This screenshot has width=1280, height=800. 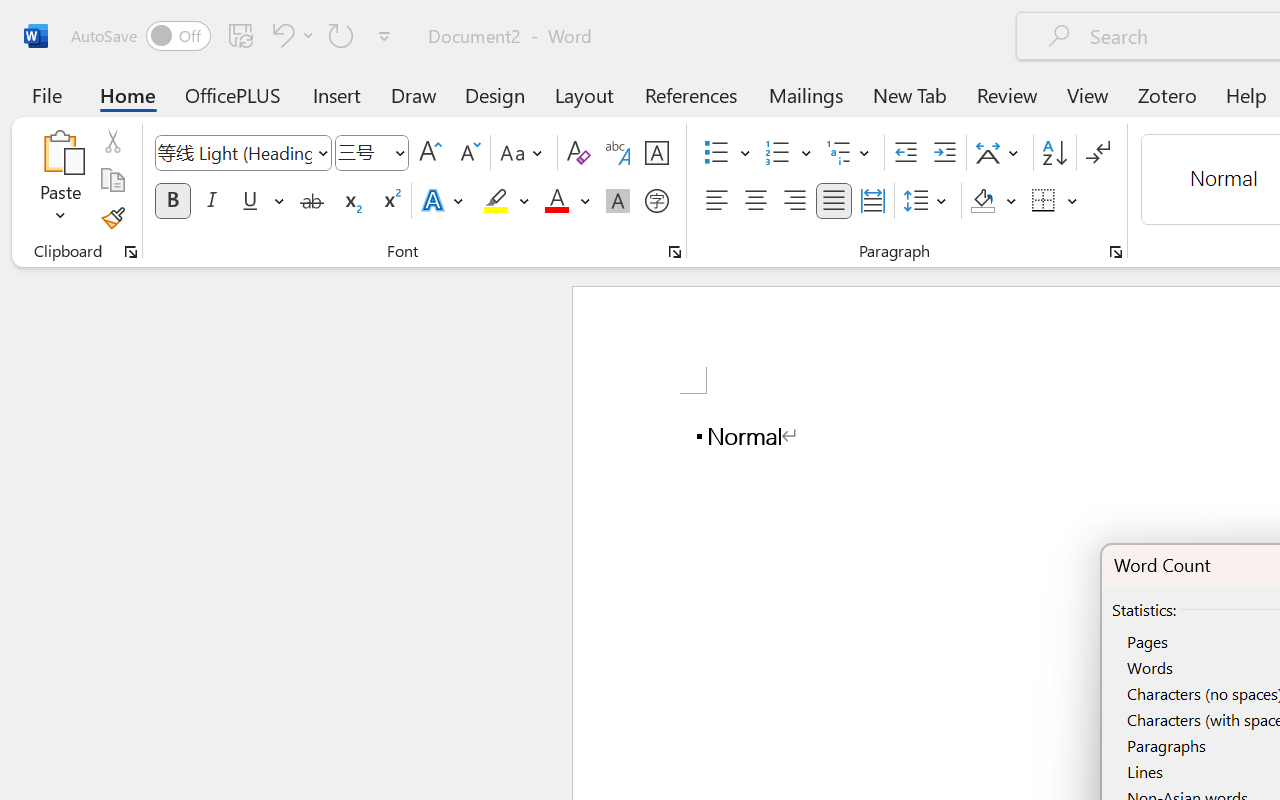 I want to click on 'Grow Font', so click(x=429, y=153).